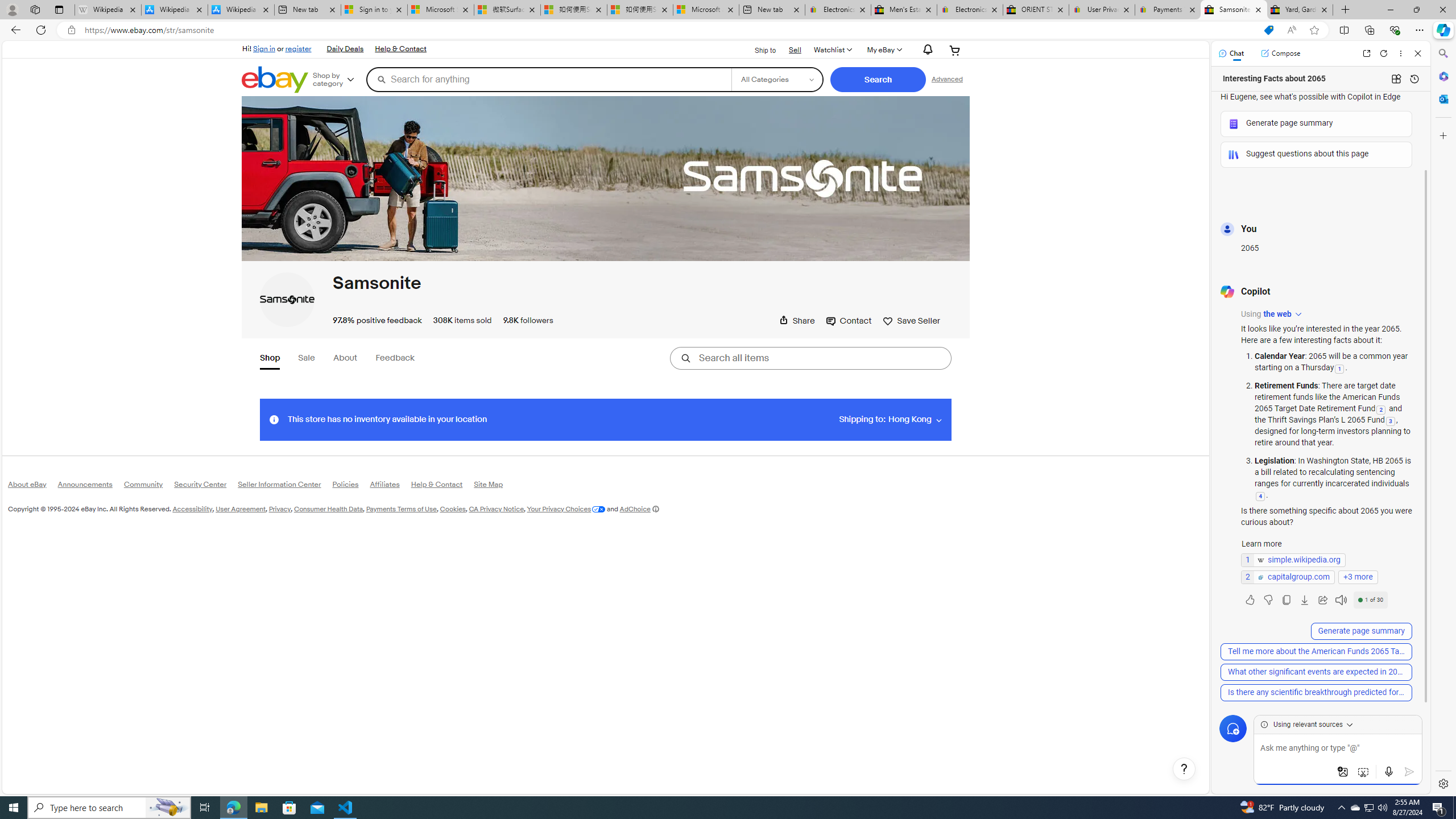 Image resolution: width=1456 pixels, height=819 pixels. Describe the element at coordinates (705, 9) in the screenshot. I see `'Microsoft account | Account Checkup'` at that location.